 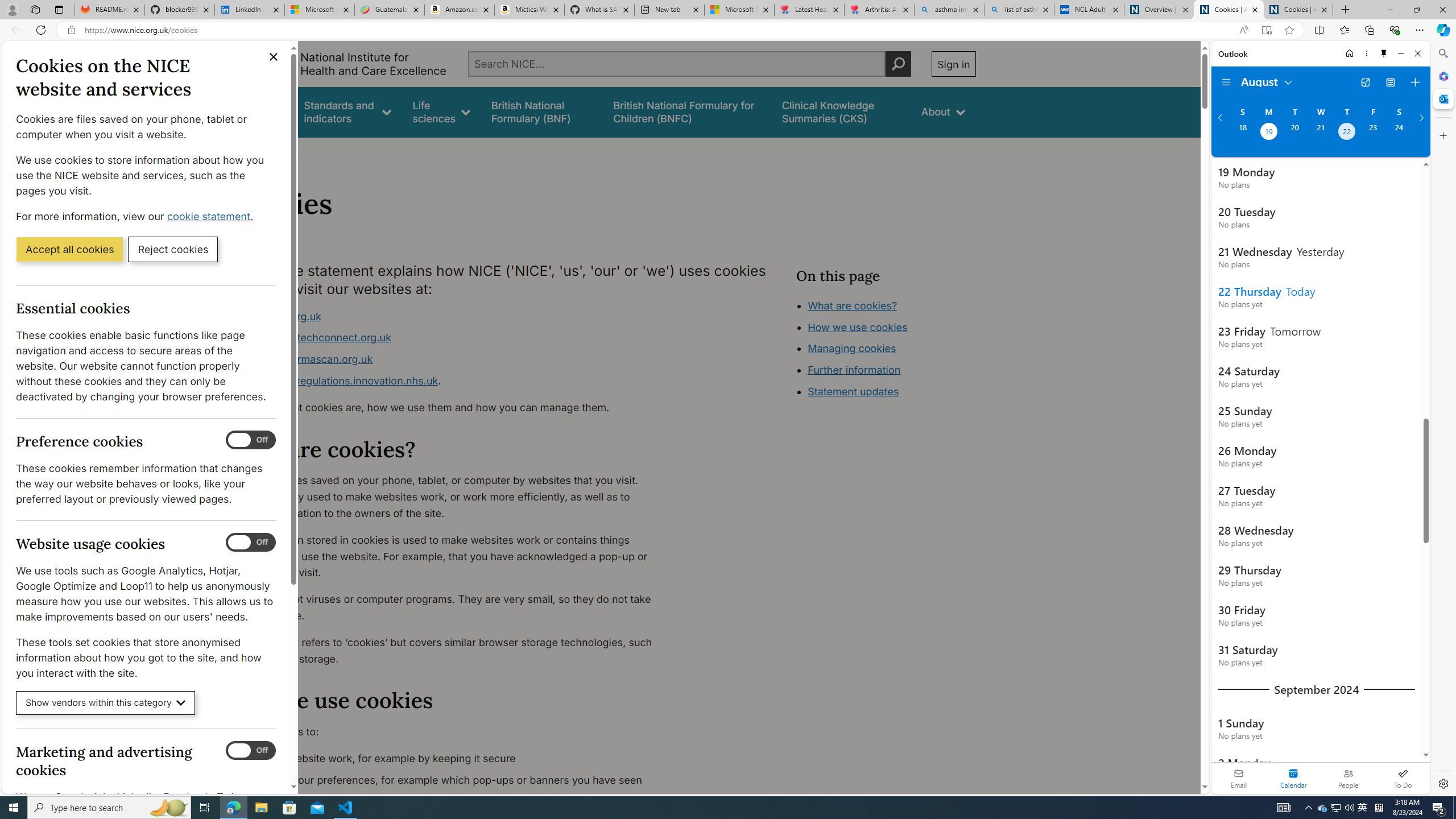 I want to click on 'People', so click(x=1347, y=777).